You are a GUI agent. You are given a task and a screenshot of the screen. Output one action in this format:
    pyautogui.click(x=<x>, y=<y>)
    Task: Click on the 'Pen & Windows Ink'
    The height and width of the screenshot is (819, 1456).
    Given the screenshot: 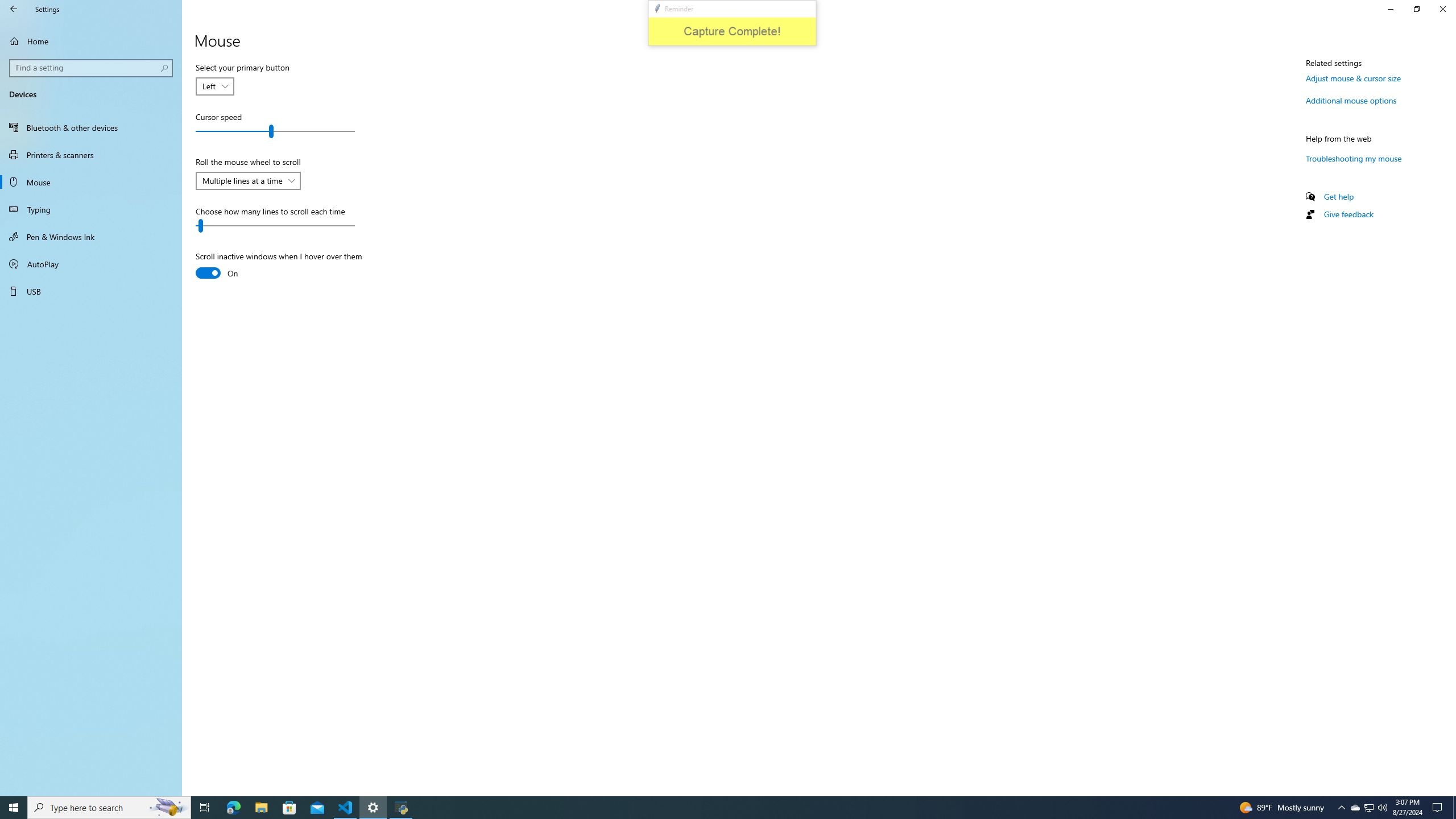 What is the action you would take?
    pyautogui.click(x=90, y=236)
    